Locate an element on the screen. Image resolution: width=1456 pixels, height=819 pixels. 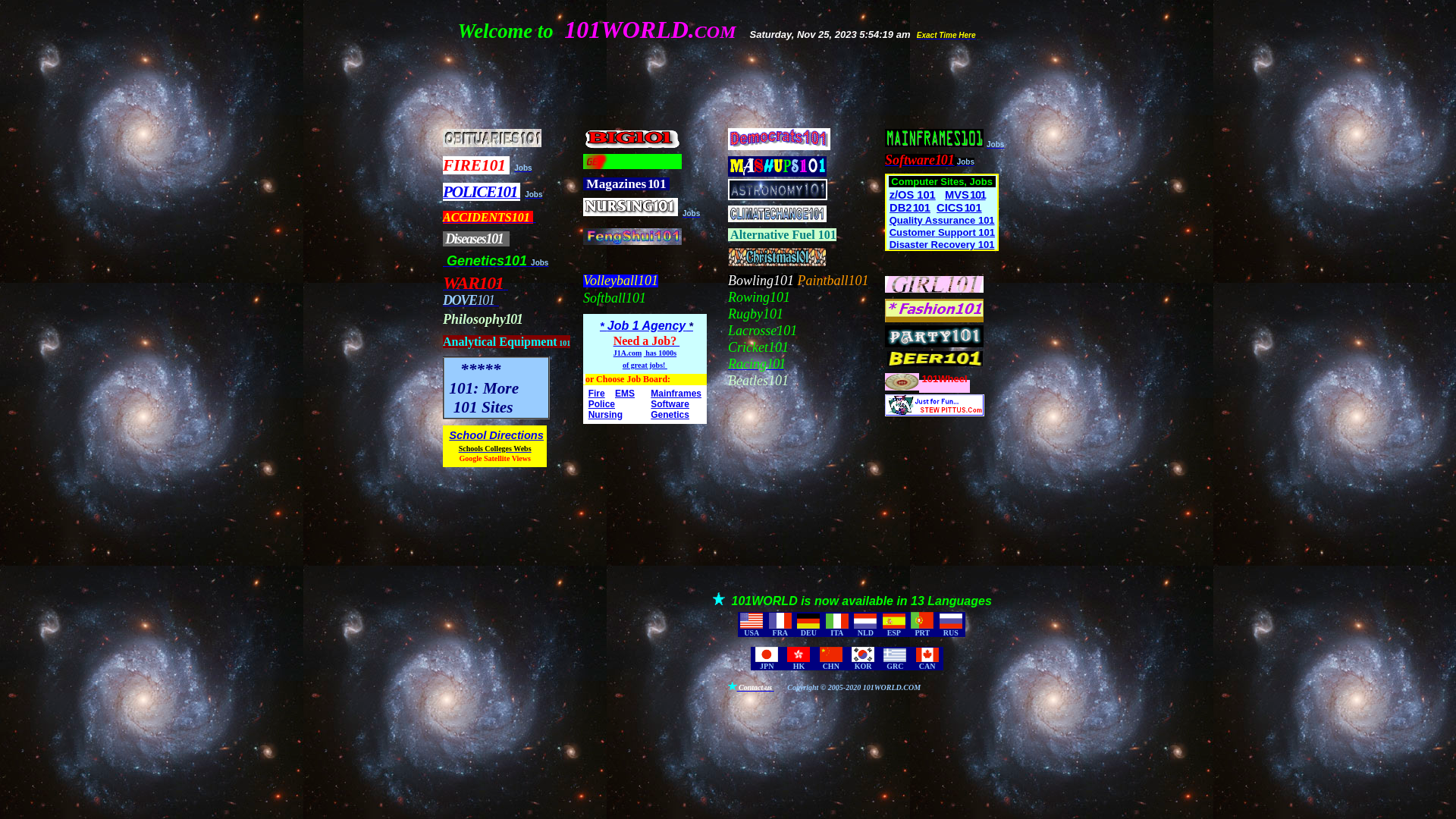
'Rowing101' is located at coordinates (759, 297).